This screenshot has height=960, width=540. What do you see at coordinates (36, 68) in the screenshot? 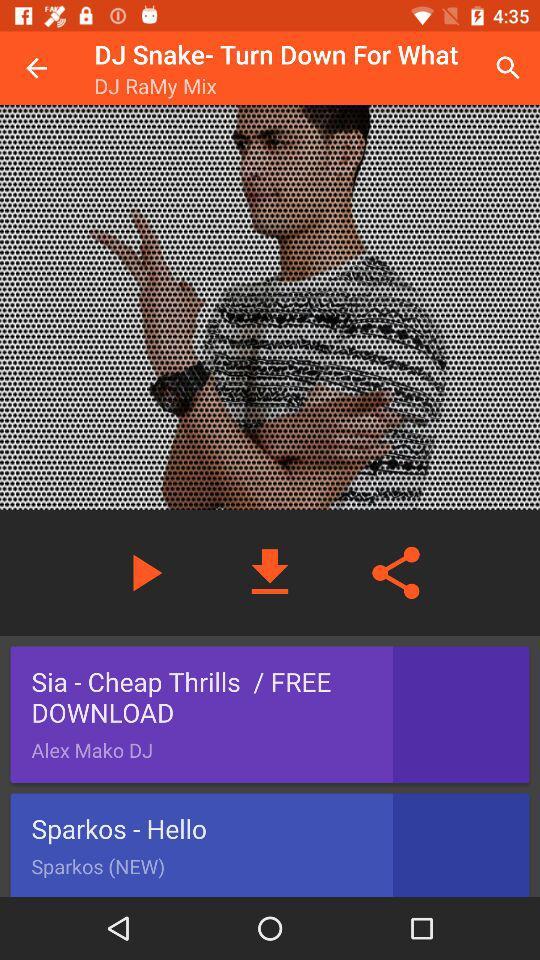
I see `icon next to dj snake turn icon` at bounding box center [36, 68].